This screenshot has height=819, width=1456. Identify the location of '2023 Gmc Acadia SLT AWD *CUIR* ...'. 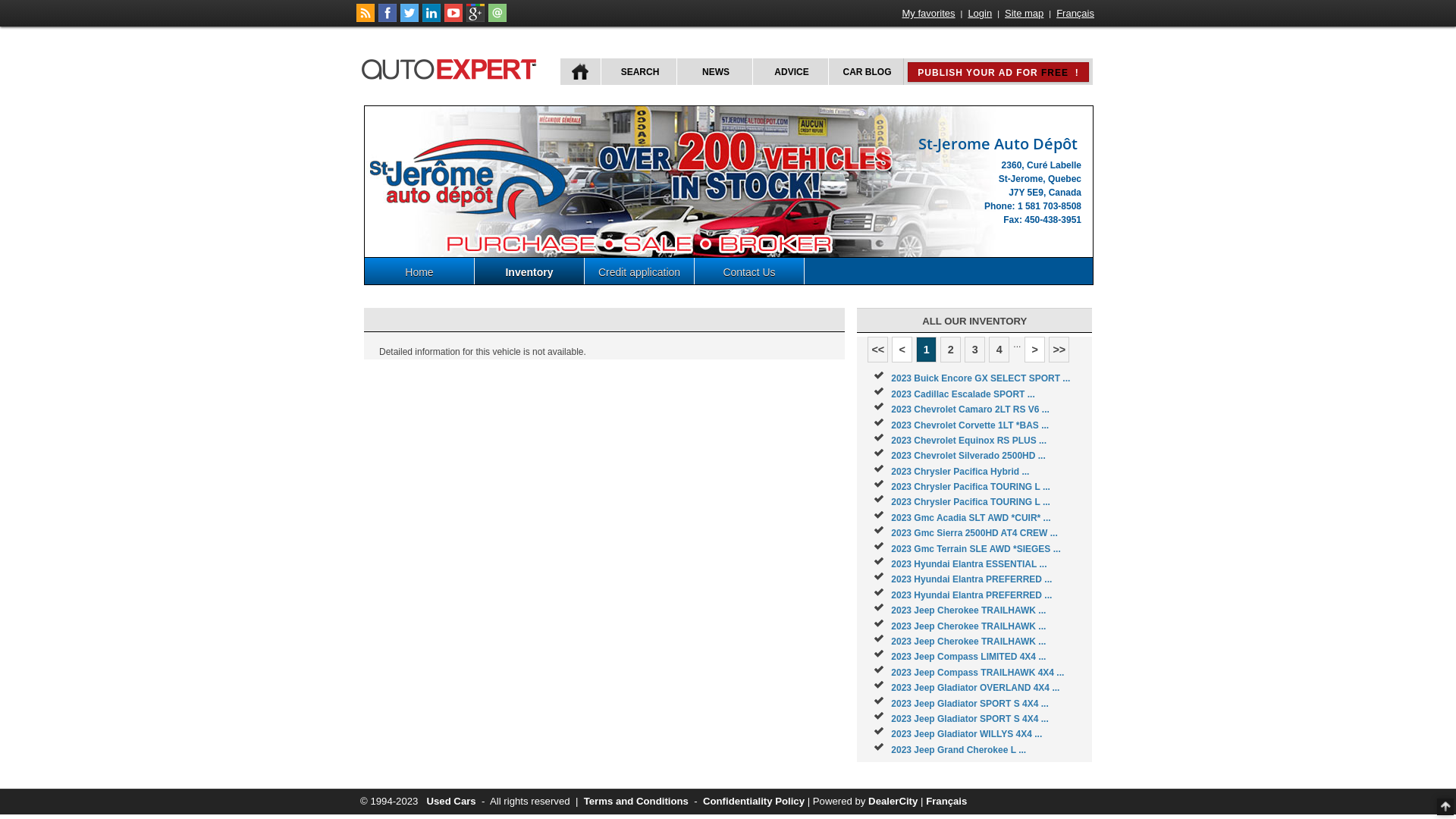
(971, 516).